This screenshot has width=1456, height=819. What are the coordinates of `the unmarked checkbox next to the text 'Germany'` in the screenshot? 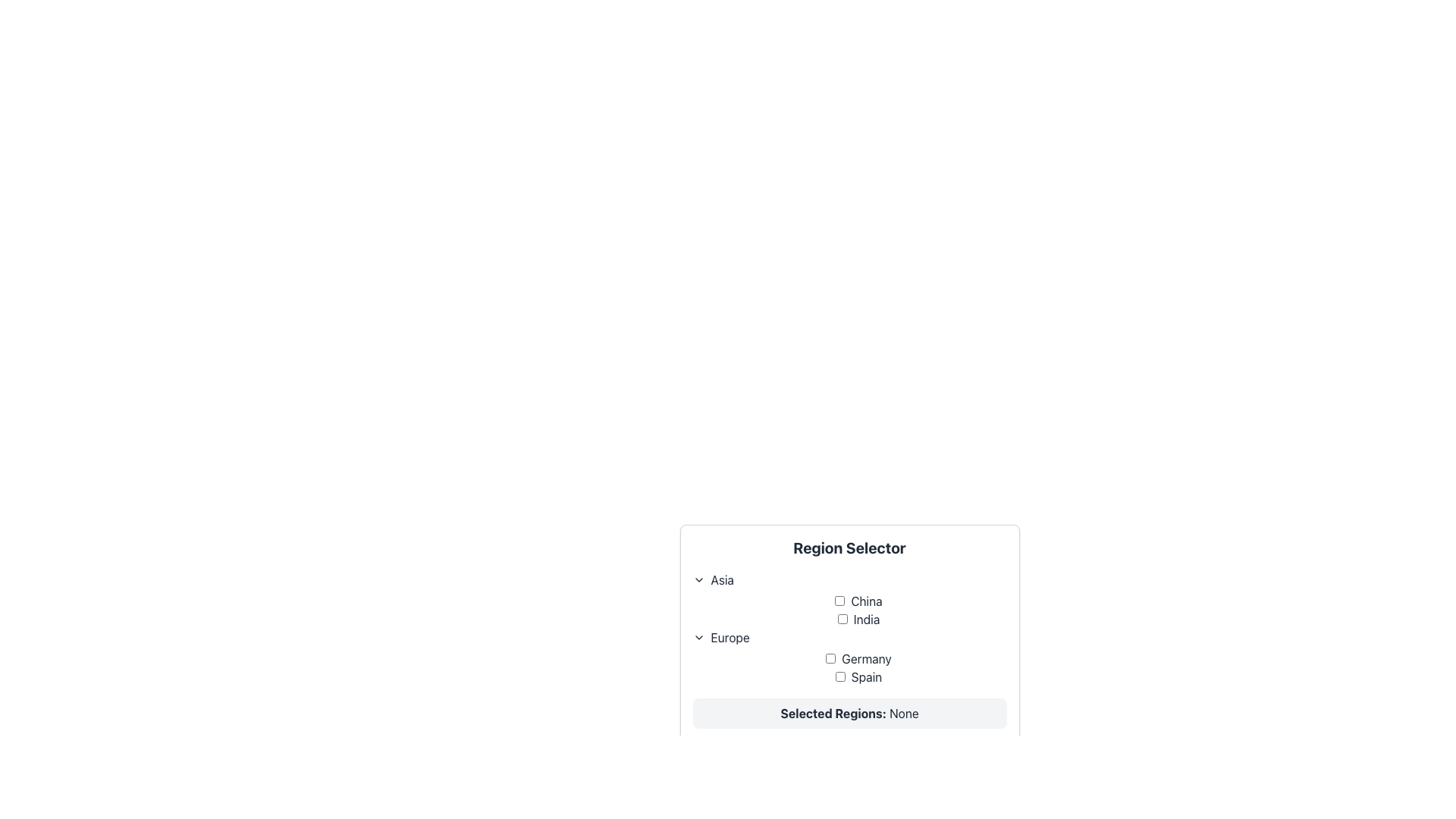 It's located at (858, 657).